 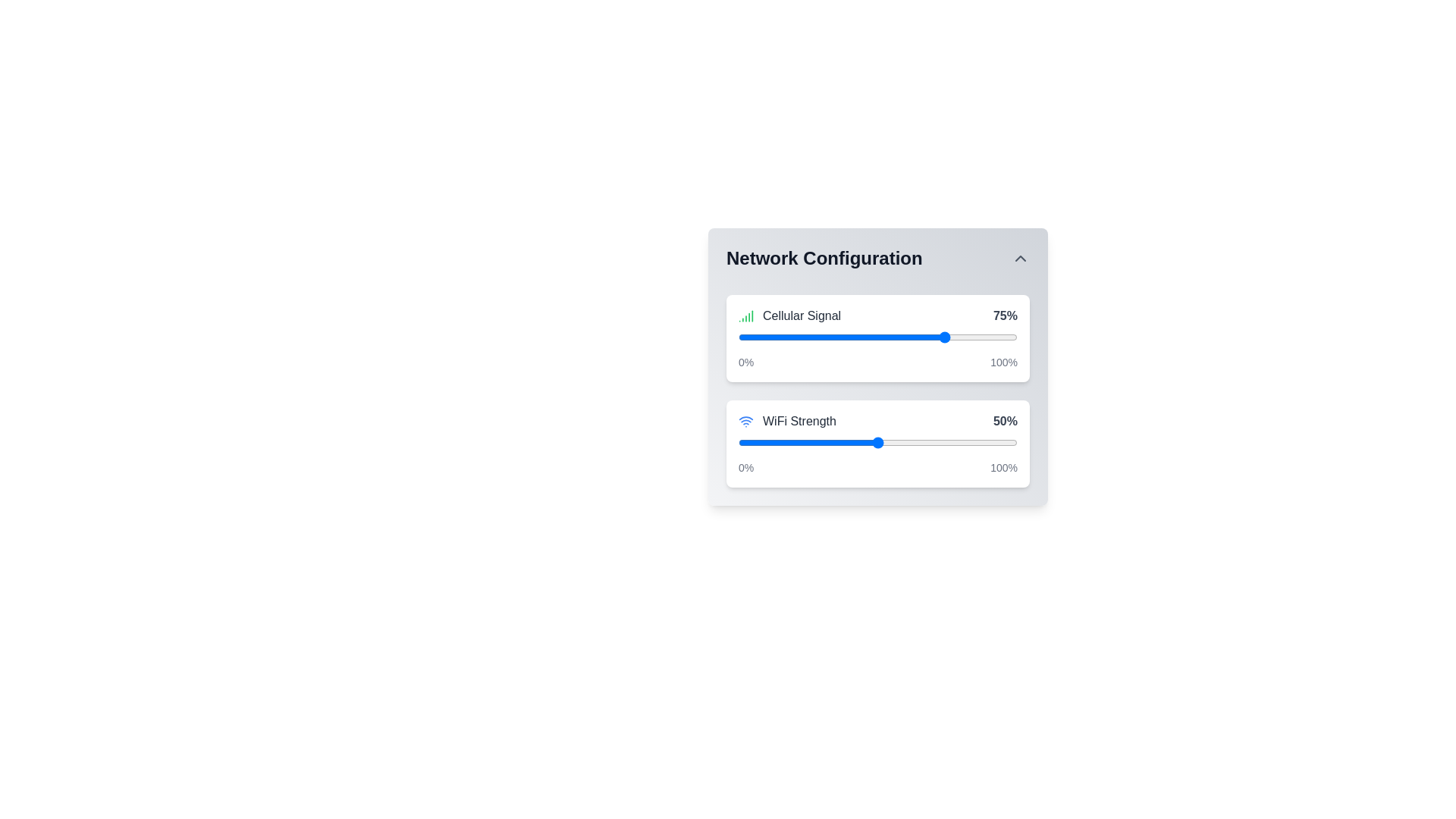 I want to click on the WiFi strength, so click(x=1012, y=442).